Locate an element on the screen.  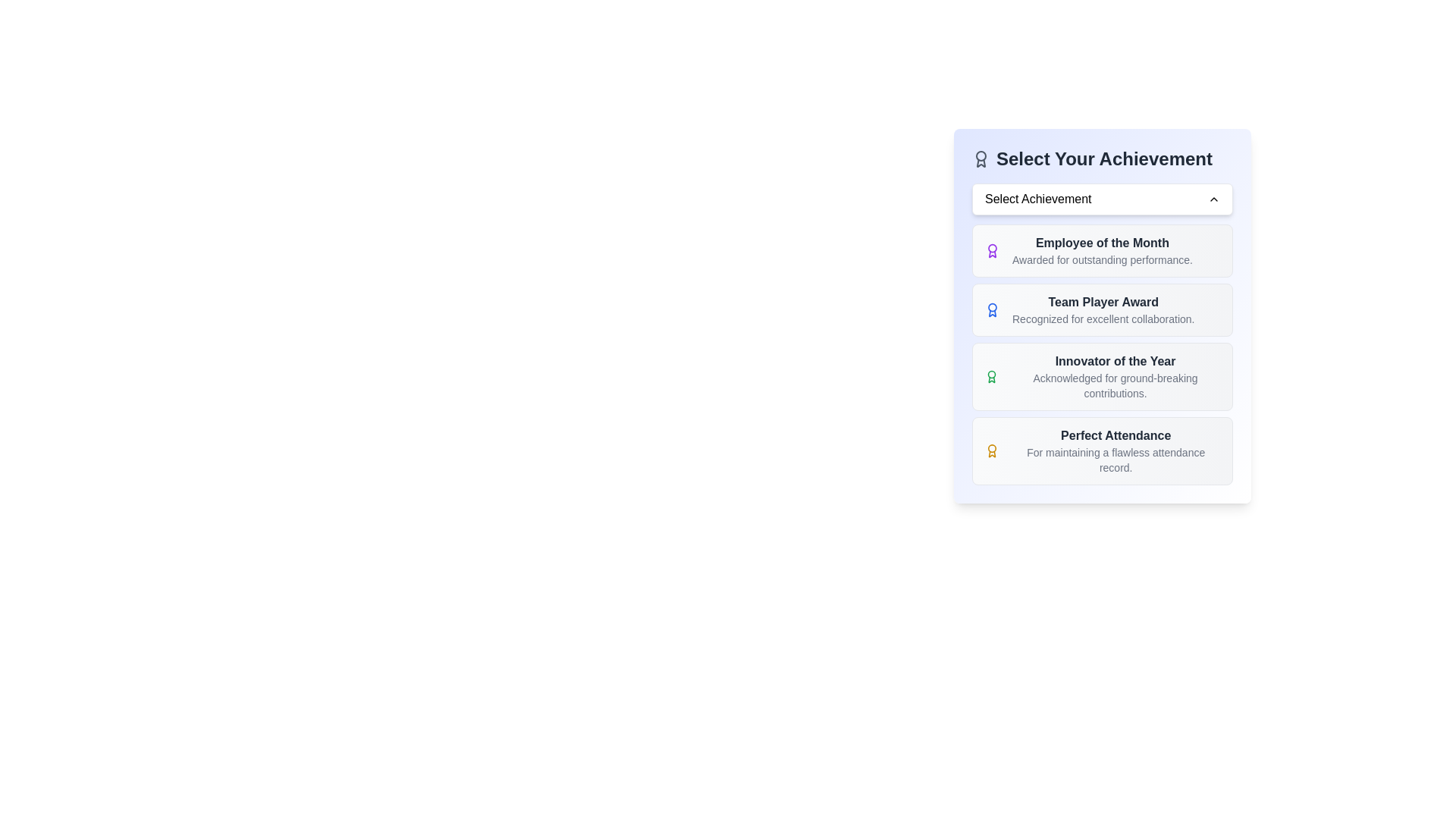
the 'Perfect Attendance' achievement title text label located in the fourth row of the 'Select Your Achievement' panel is located at coordinates (1116, 435).